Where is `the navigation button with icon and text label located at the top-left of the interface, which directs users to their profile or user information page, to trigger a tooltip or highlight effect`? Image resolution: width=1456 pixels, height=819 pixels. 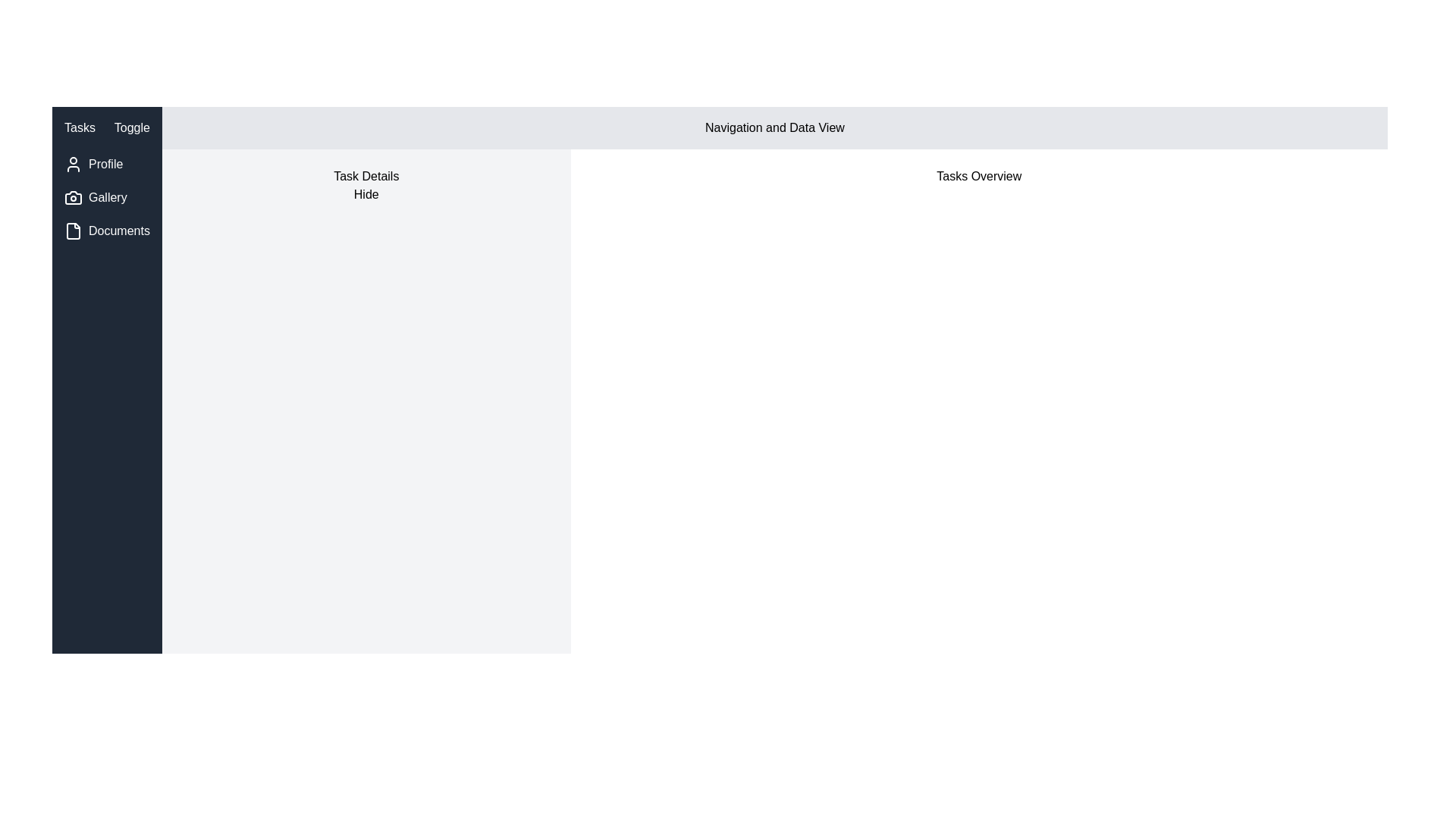
the navigation button with icon and text label located at the top-left of the interface, which directs users to their profile or user information page, to trigger a tooltip or highlight effect is located at coordinates (106, 164).